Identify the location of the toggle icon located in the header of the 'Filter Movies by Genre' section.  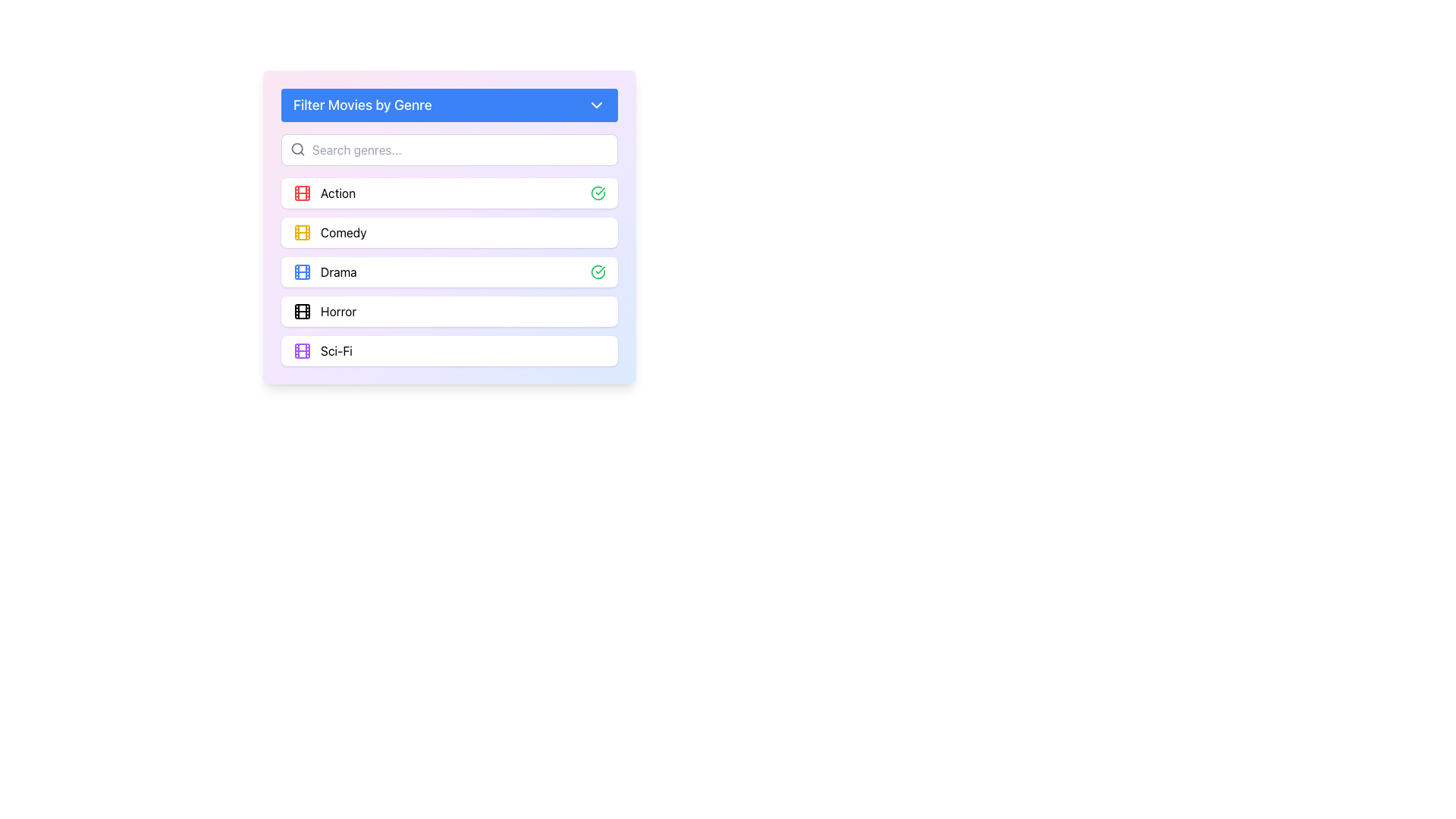
(596, 104).